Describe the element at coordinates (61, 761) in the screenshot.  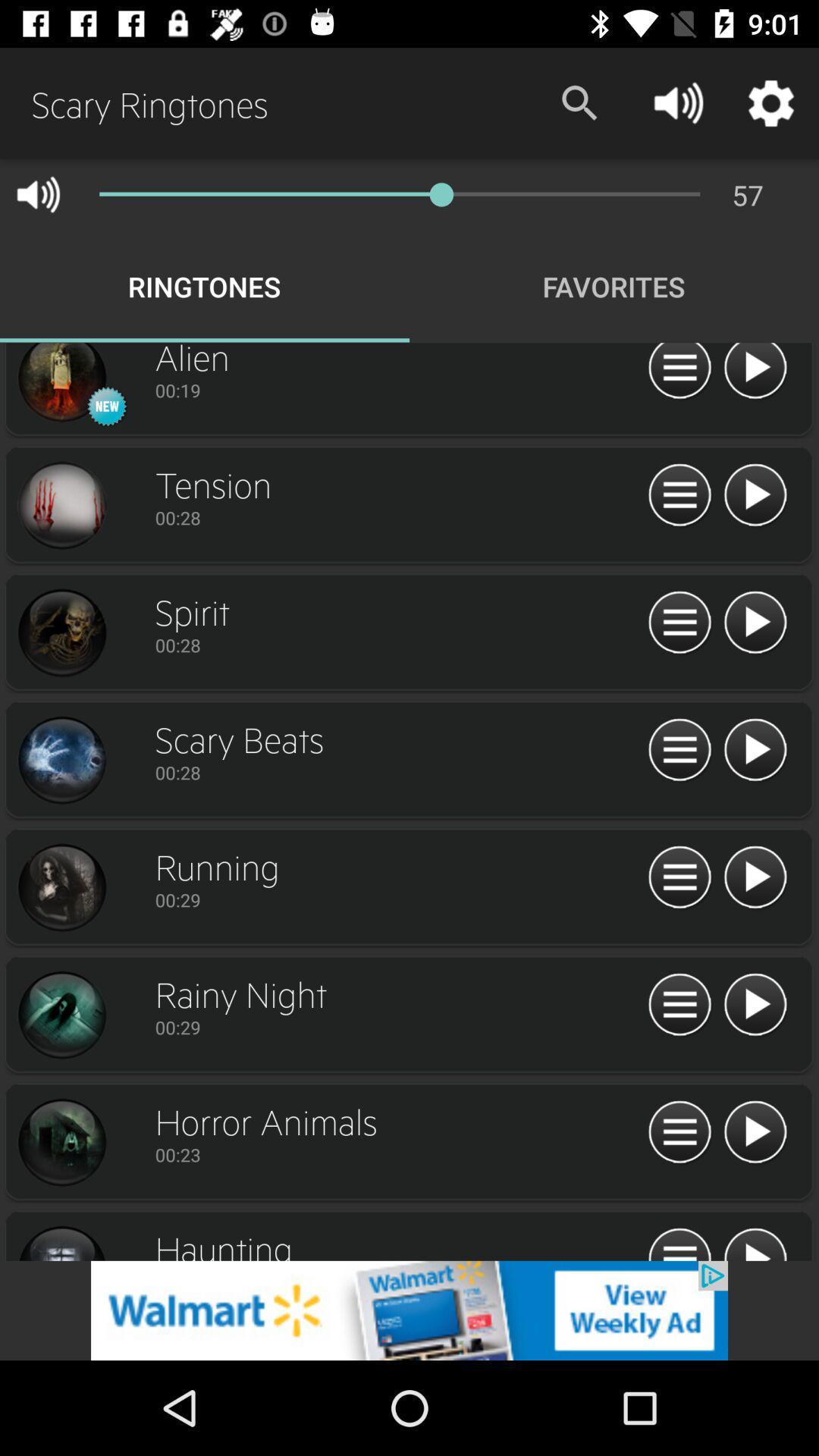
I see `scary beats option` at that location.